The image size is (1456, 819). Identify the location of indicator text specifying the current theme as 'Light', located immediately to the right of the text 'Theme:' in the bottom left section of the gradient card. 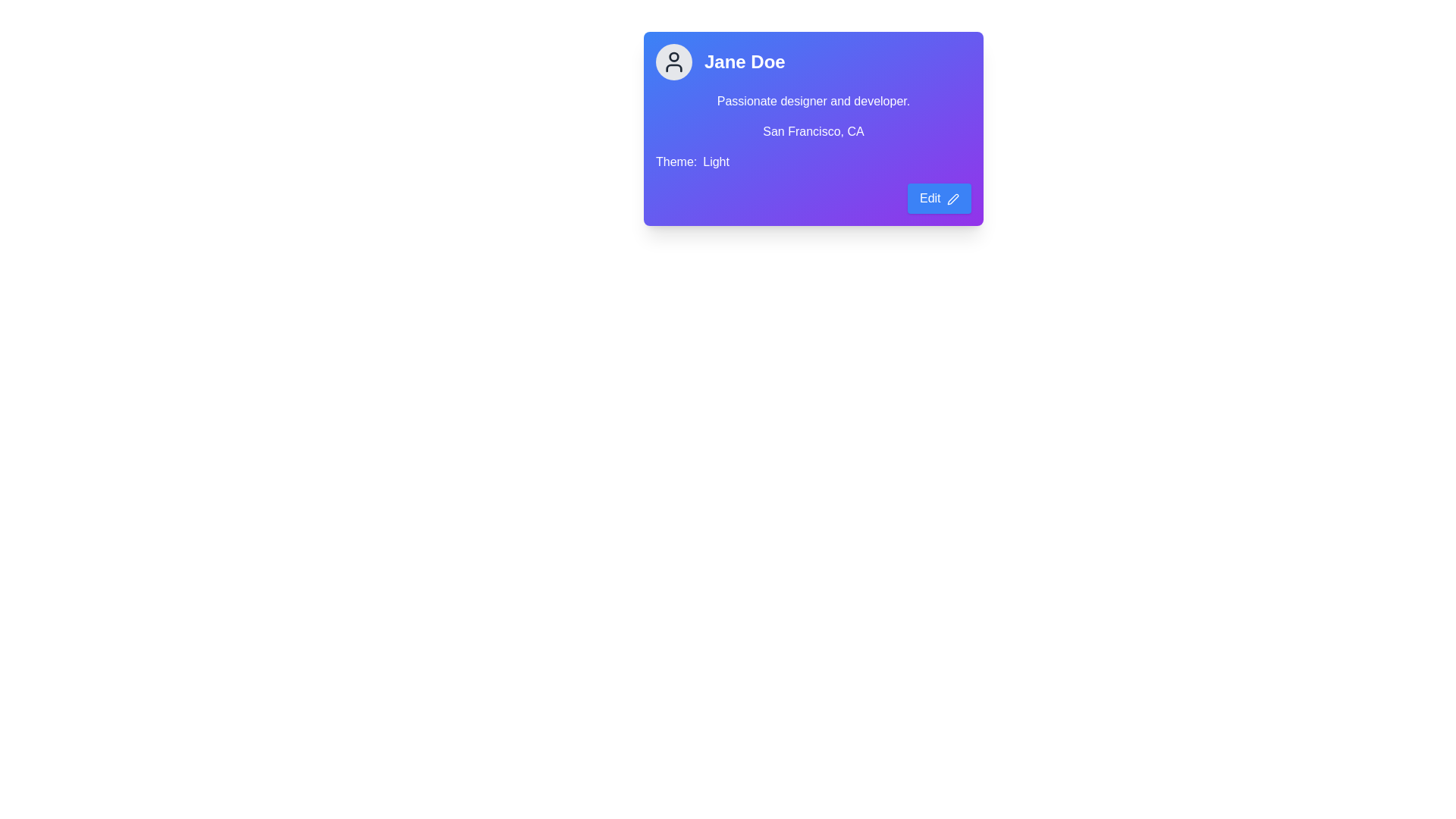
(715, 162).